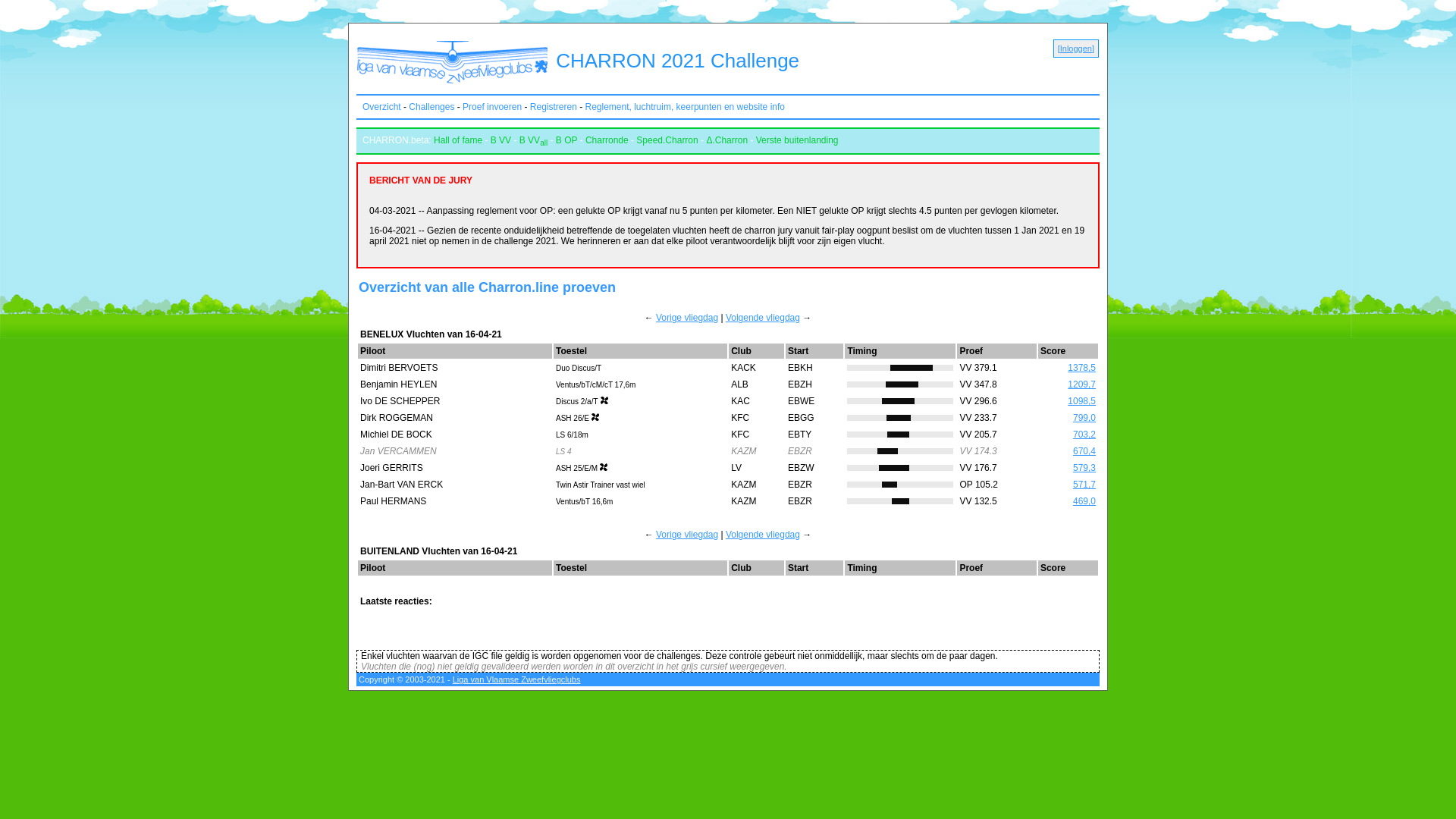  I want to click on 'Registreren', so click(552, 106).